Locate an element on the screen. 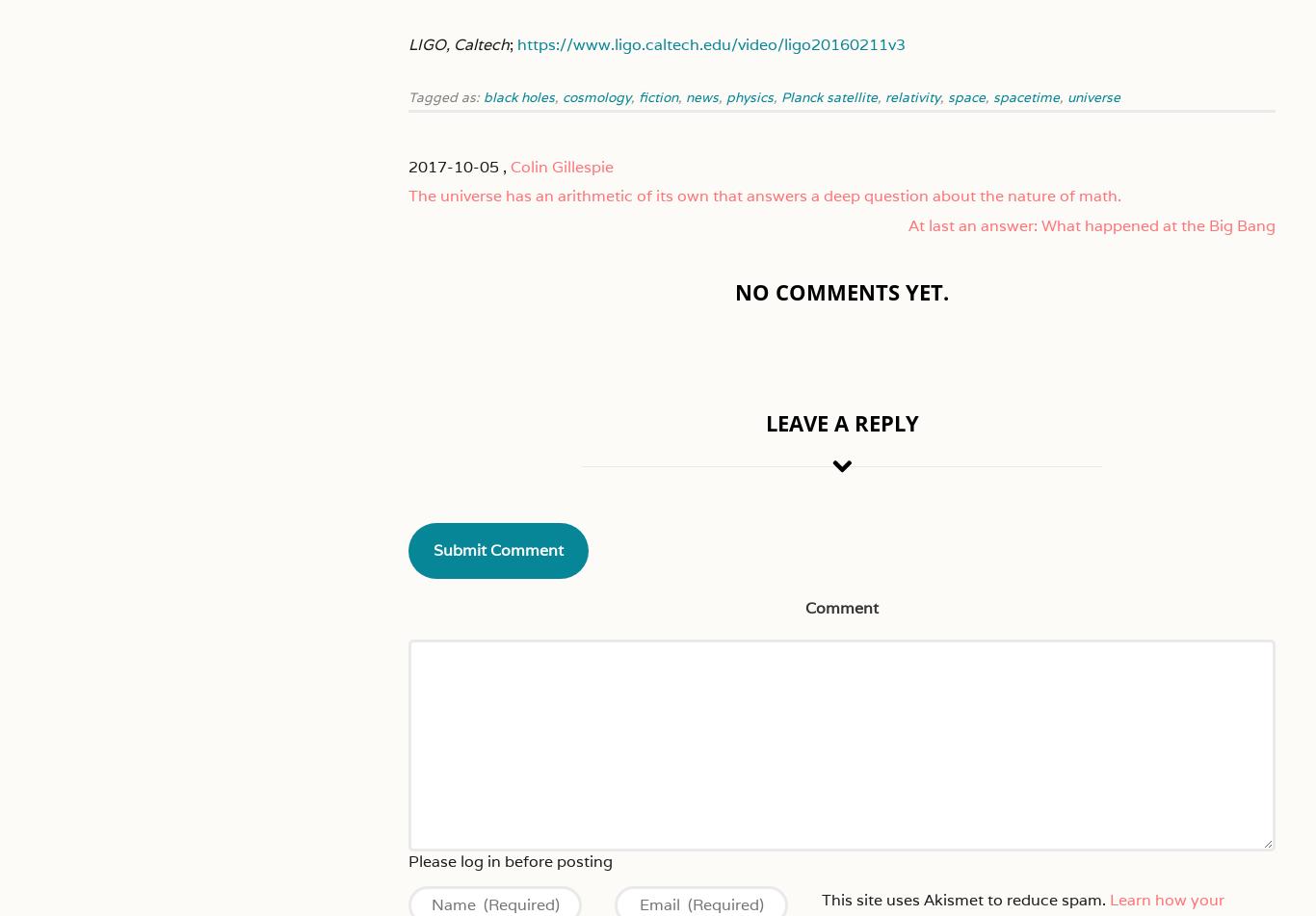 The height and width of the screenshot is (916, 1316). '2017-10-05	,' is located at coordinates (408, 166).